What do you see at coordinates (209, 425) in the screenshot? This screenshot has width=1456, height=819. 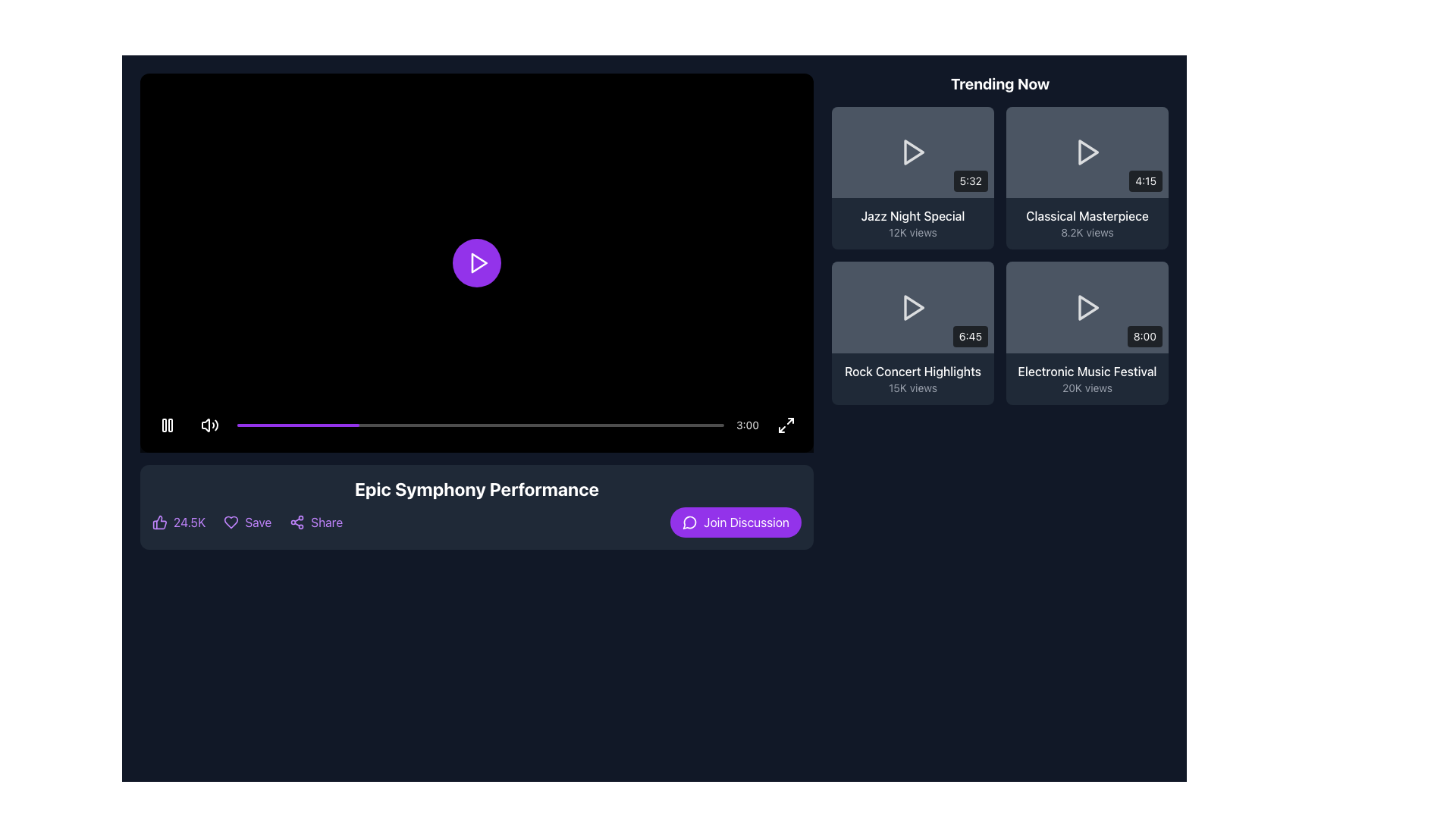 I see `the Mute/Unmute Button located in the bottom-left corner of the video playback area` at bounding box center [209, 425].